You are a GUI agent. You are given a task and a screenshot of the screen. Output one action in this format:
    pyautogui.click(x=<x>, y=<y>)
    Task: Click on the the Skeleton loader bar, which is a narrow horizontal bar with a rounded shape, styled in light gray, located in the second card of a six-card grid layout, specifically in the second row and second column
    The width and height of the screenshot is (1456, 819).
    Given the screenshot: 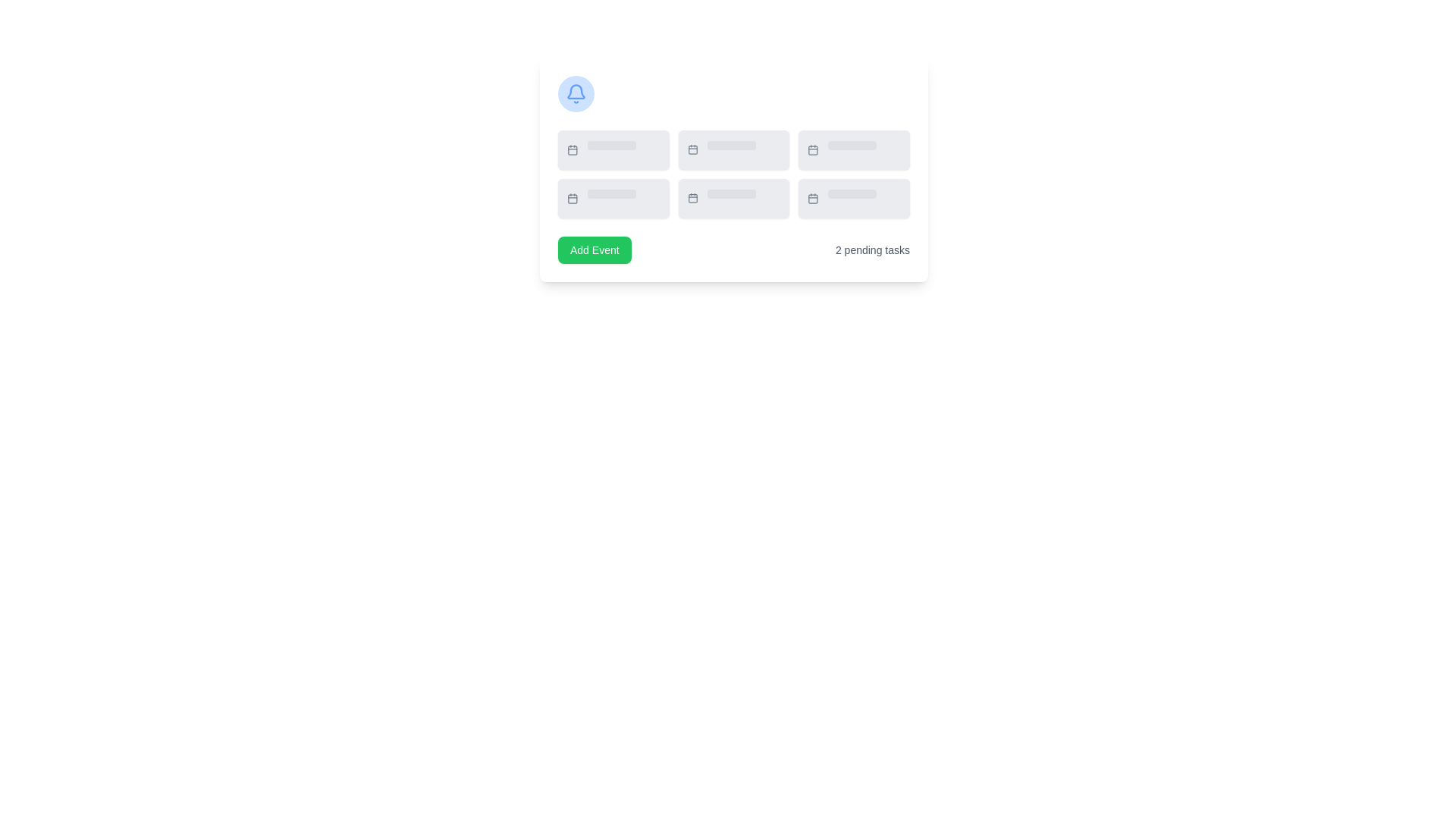 What is the action you would take?
    pyautogui.click(x=744, y=205)
    